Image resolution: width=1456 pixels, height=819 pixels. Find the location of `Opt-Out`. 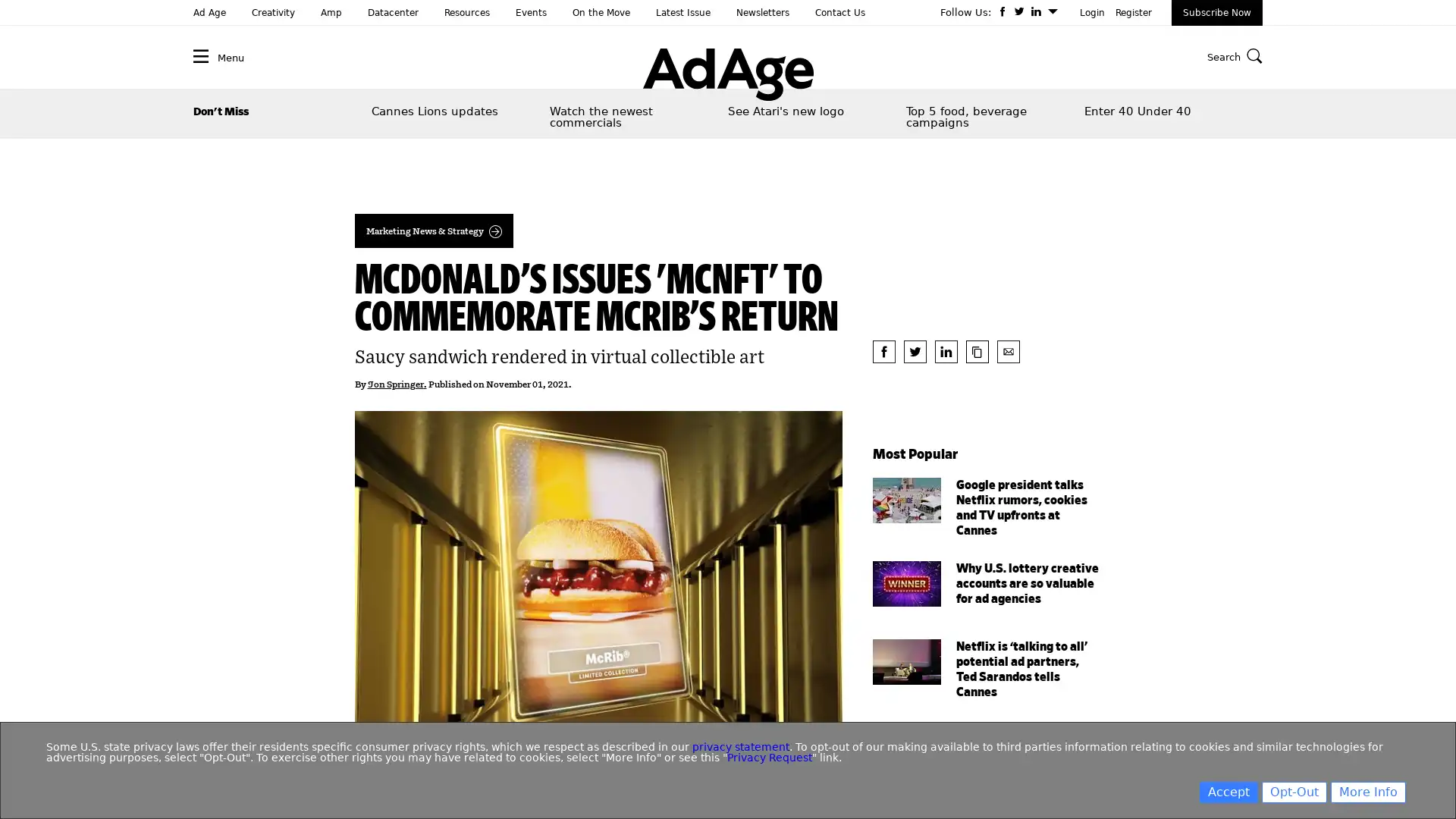

Opt-Out is located at coordinates (1294, 792).